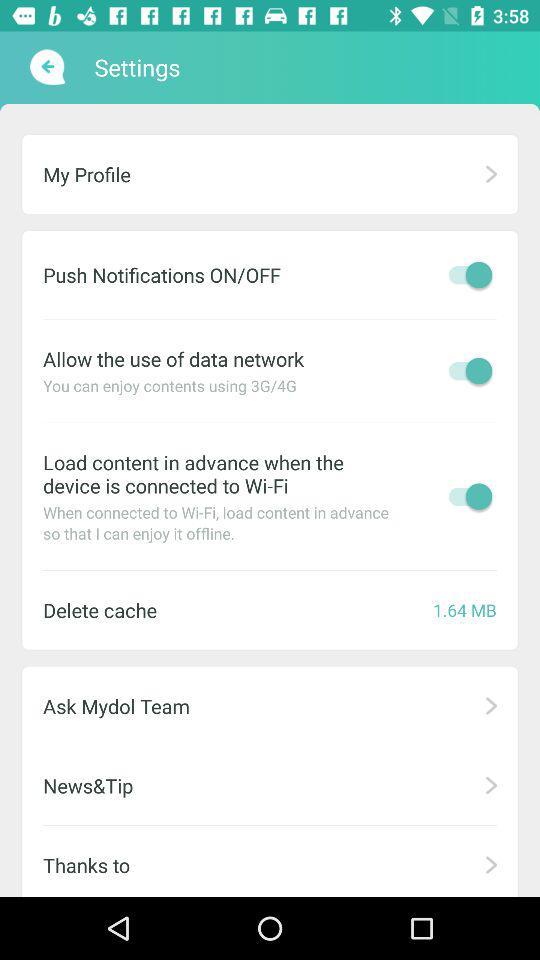  I want to click on turn off/on setting, so click(465, 495).